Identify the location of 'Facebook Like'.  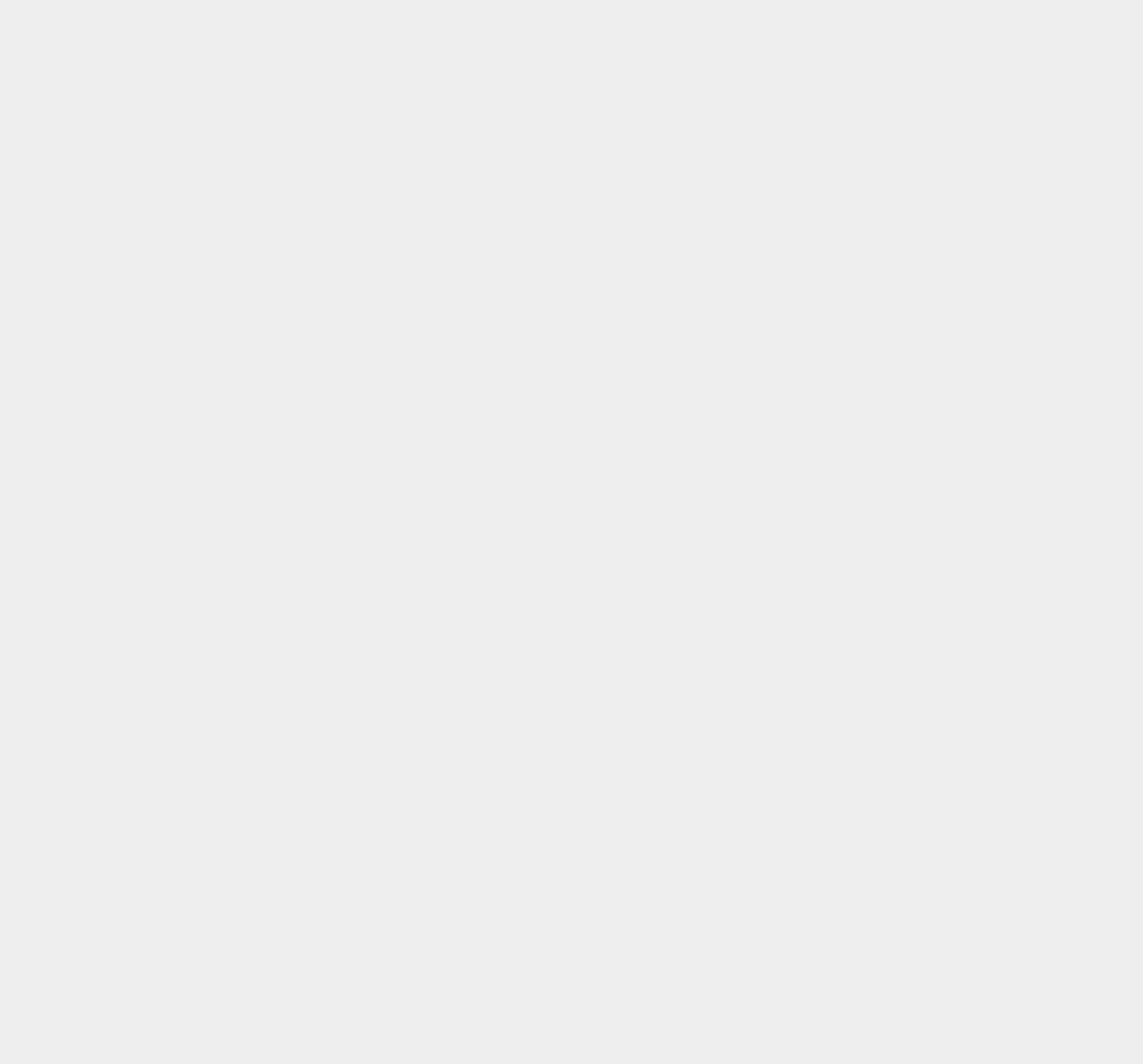
(807, 405).